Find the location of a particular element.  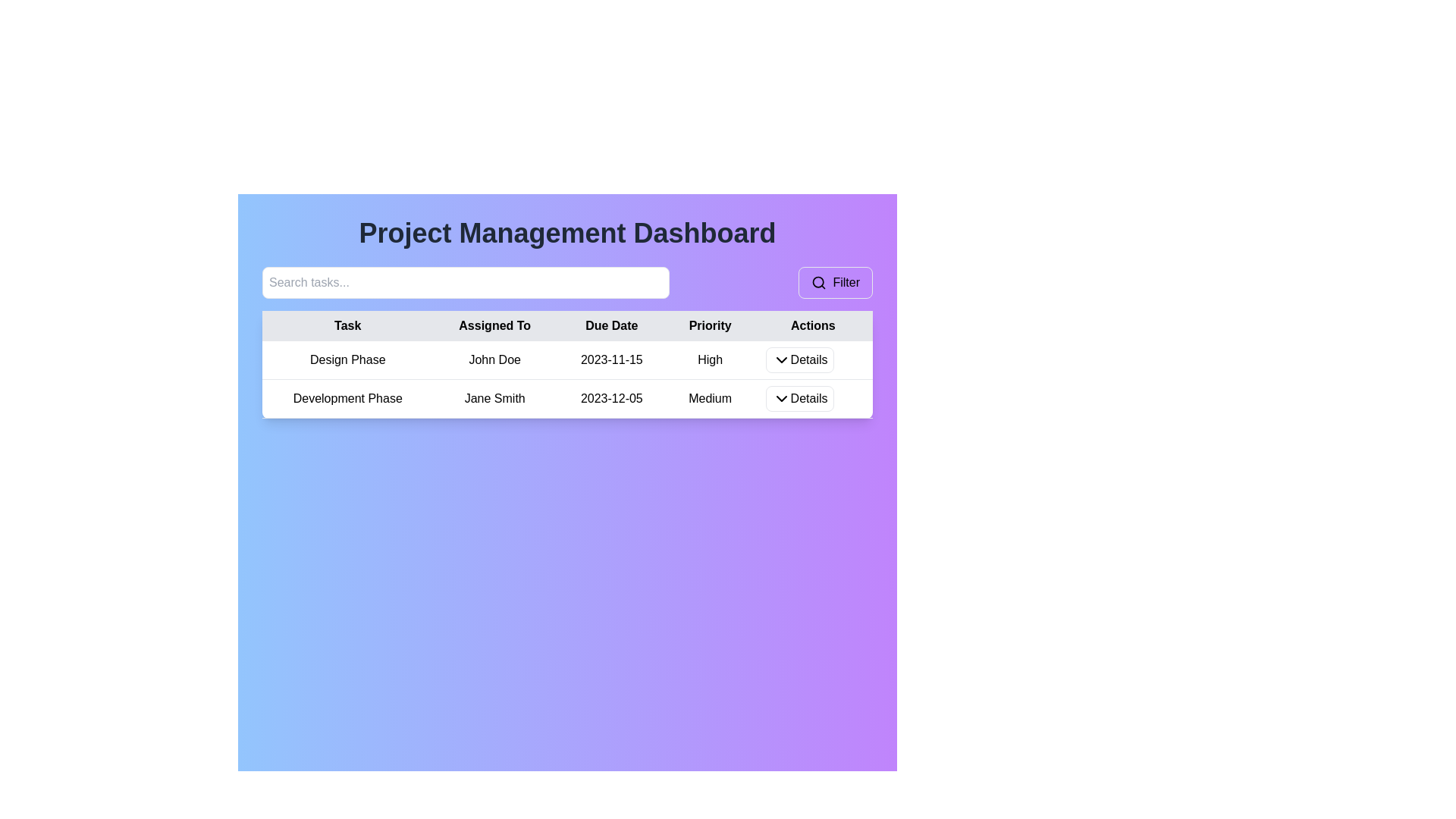

the search/filter icon is located at coordinates (818, 283).